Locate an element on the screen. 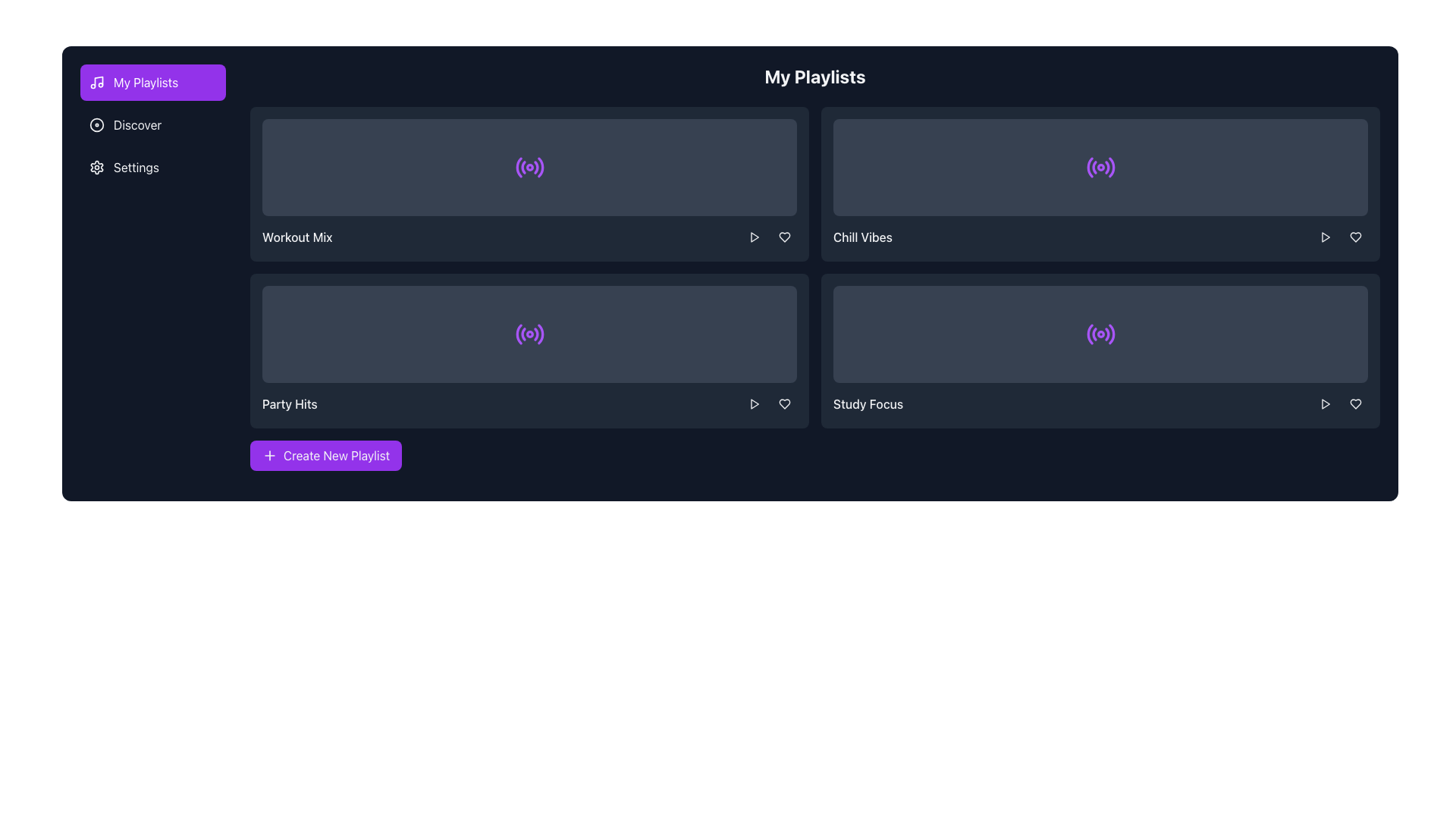 This screenshot has width=1456, height=819. the clickable text 'Discover' in the vertical menu, which is positioned below 'My Playlists' and above 'Settings' is located at coordinates (137, 124).